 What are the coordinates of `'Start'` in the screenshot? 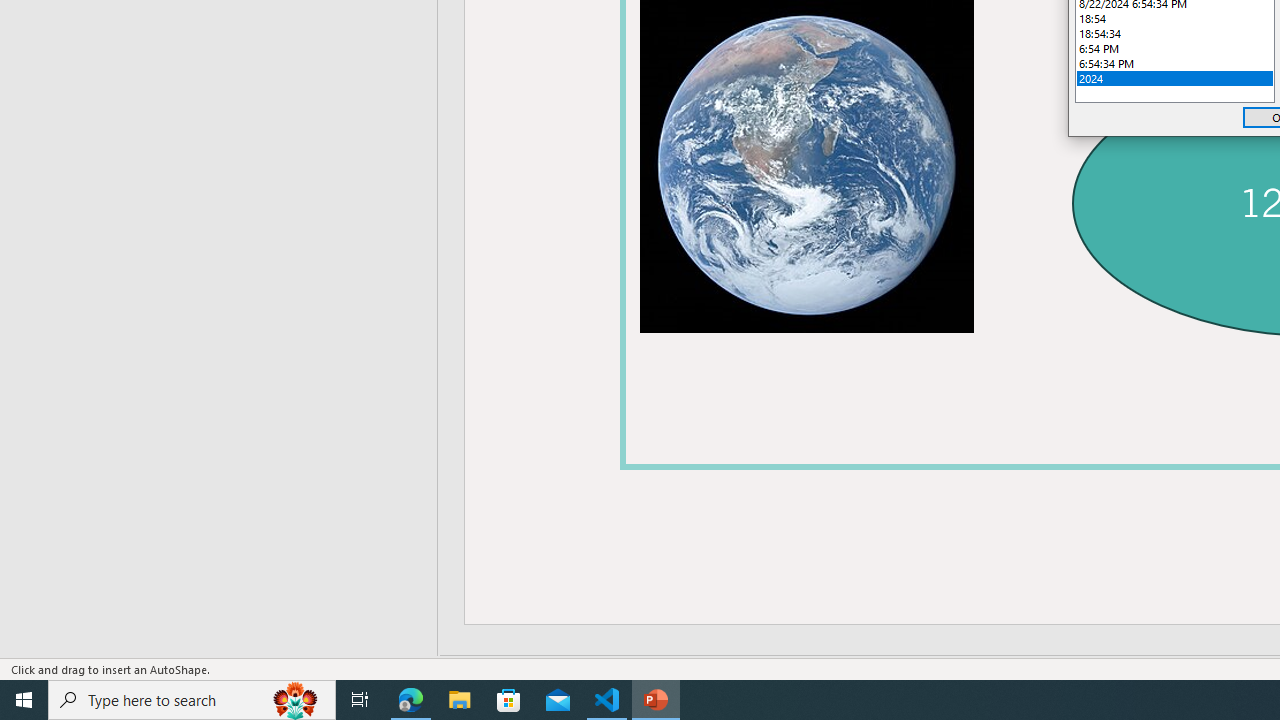 It's located at (24, 698).